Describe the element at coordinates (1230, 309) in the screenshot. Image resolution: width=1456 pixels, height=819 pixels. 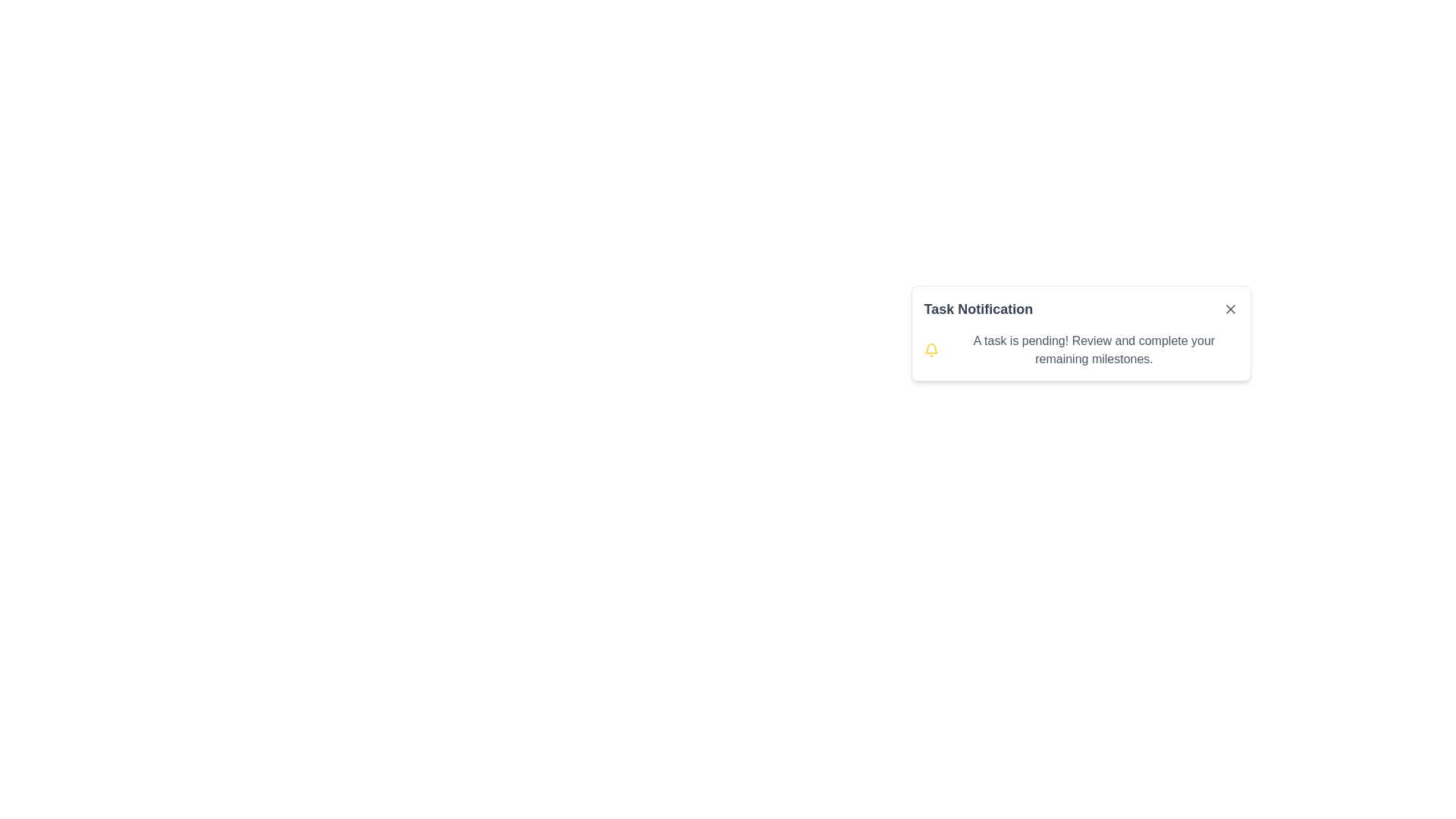
I see `the close button with a gray cross icon located at the top-right corner of the 'Task Notification' card` at that location.